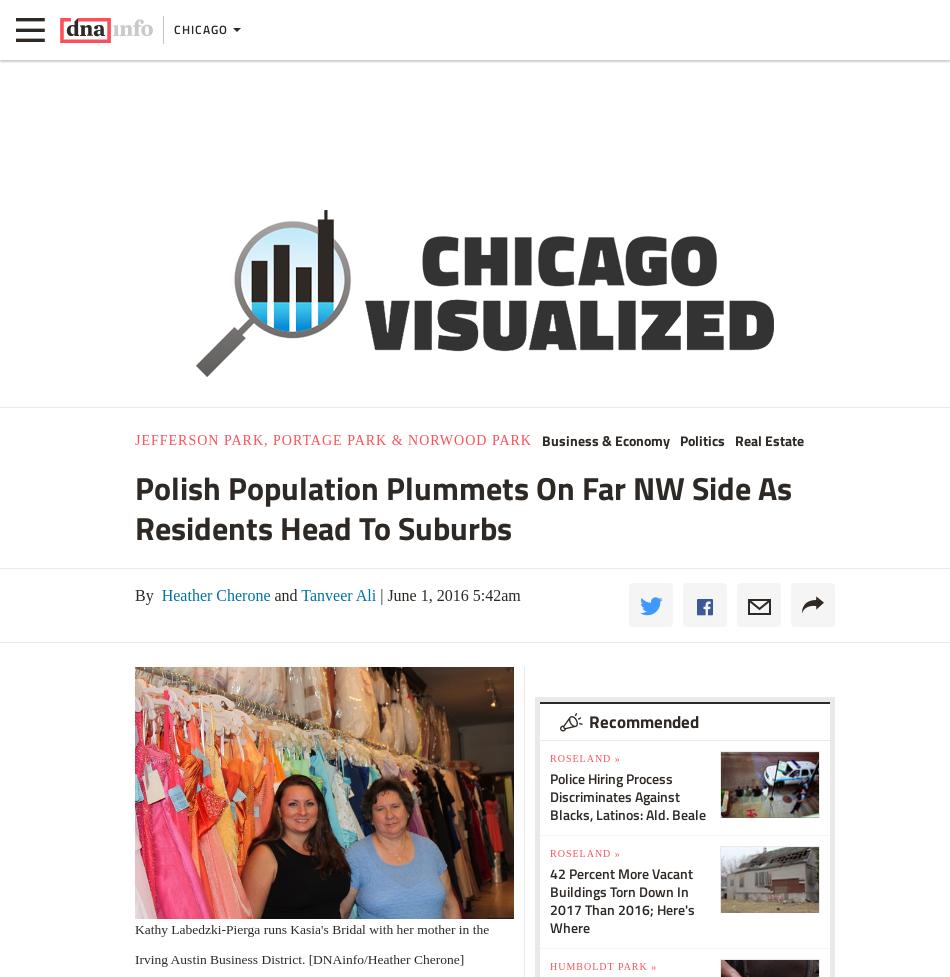  I want to click on '42 Percent More Vacant Buildings Torn Down In 2017 Than 2016; Here's Where', so click(622, 898).